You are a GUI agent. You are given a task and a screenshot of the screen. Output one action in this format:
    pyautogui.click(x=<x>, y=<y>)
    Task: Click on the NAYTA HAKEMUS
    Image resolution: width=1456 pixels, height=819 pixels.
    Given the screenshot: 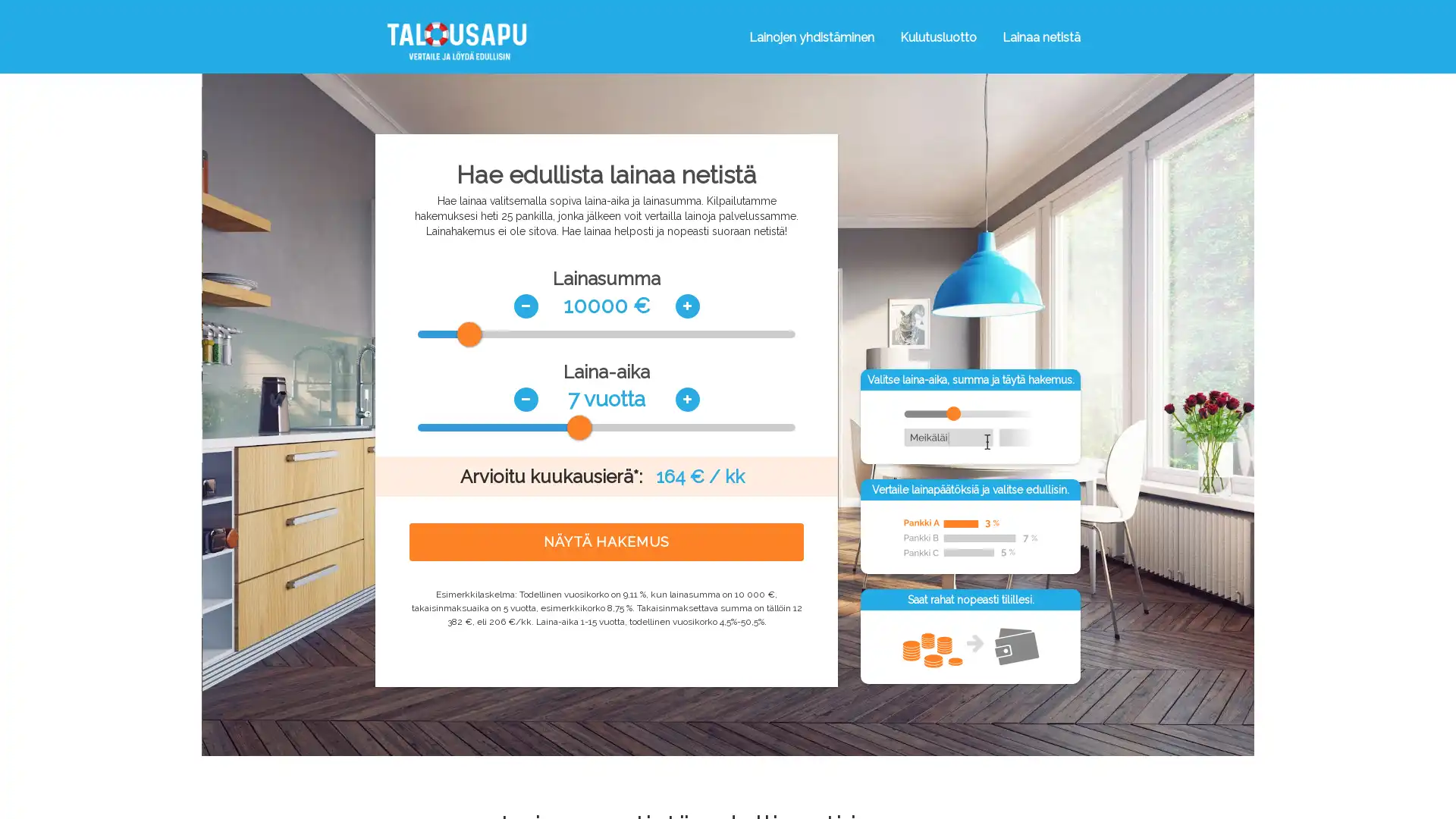 What is the action you would take?
    pyautogui.click(x=605, y=541)
    